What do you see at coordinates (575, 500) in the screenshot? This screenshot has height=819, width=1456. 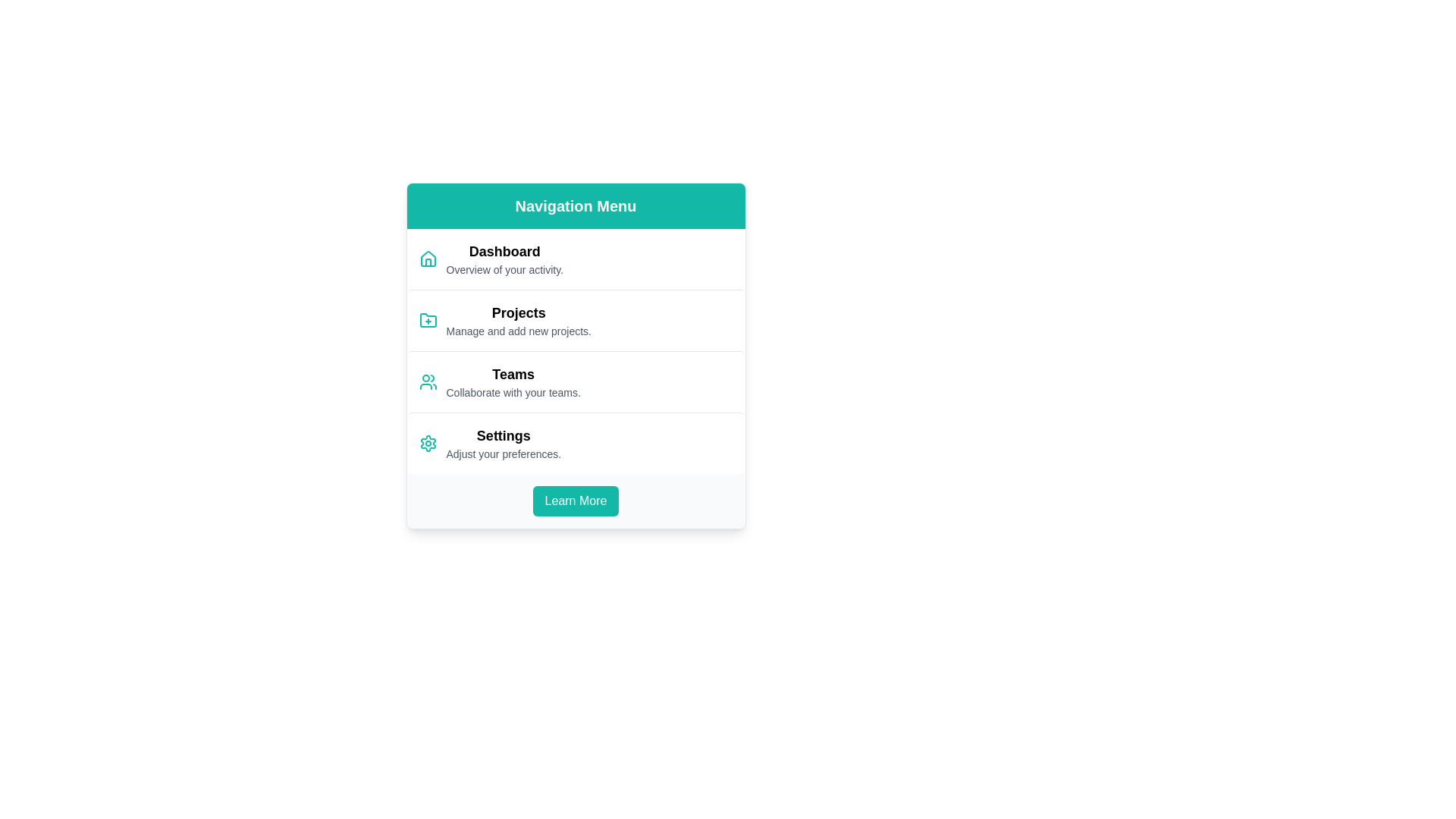 I see `the 'Learn More' button, which is a teal rectangular button with rounded edges and white sans-serif text, to observe its hover effects` at bounding box center [575, 500].